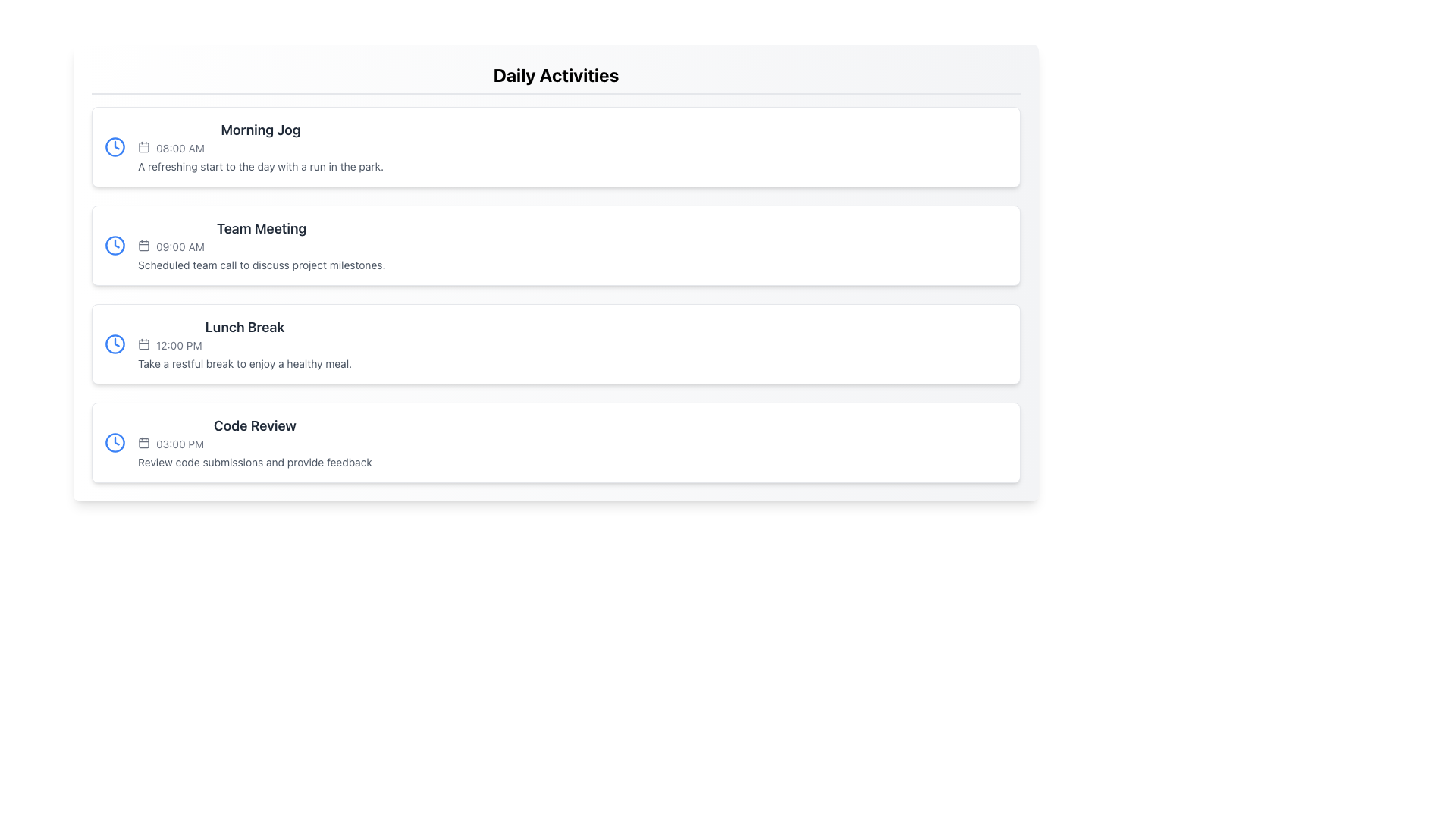 The width and height of the screenshot is (1456, 819). What do you see at coordinates (245, 363) in the screenshot?
I see `descriptive text label about the 'Lunch Break' activity located below the '12:00 PM' time label in the third item of the 'Daily Activities' list` at bounding box center [245, 363].